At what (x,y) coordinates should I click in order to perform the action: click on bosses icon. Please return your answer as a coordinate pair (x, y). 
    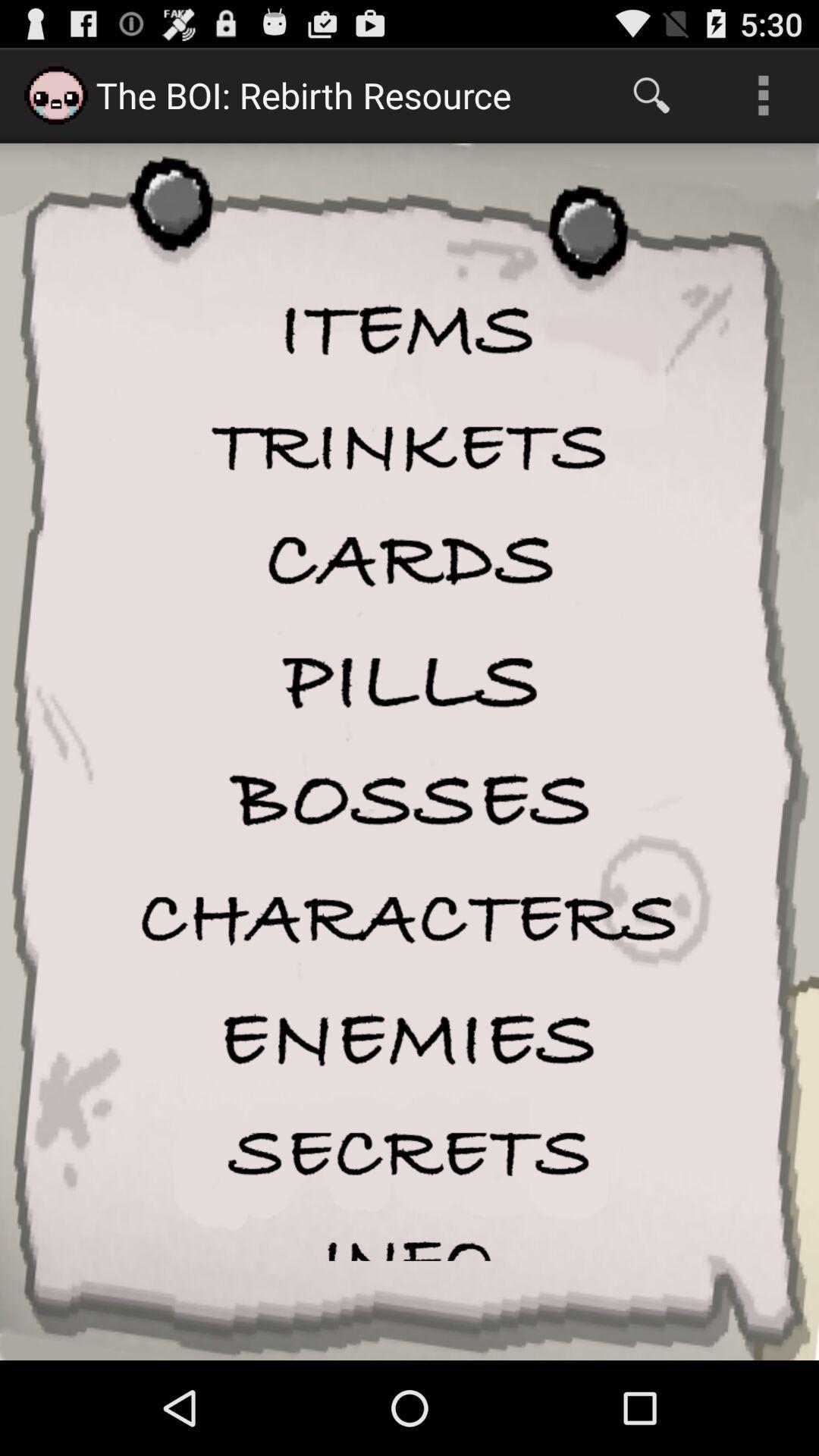
    Looking at the image, I should click on (409, 799).